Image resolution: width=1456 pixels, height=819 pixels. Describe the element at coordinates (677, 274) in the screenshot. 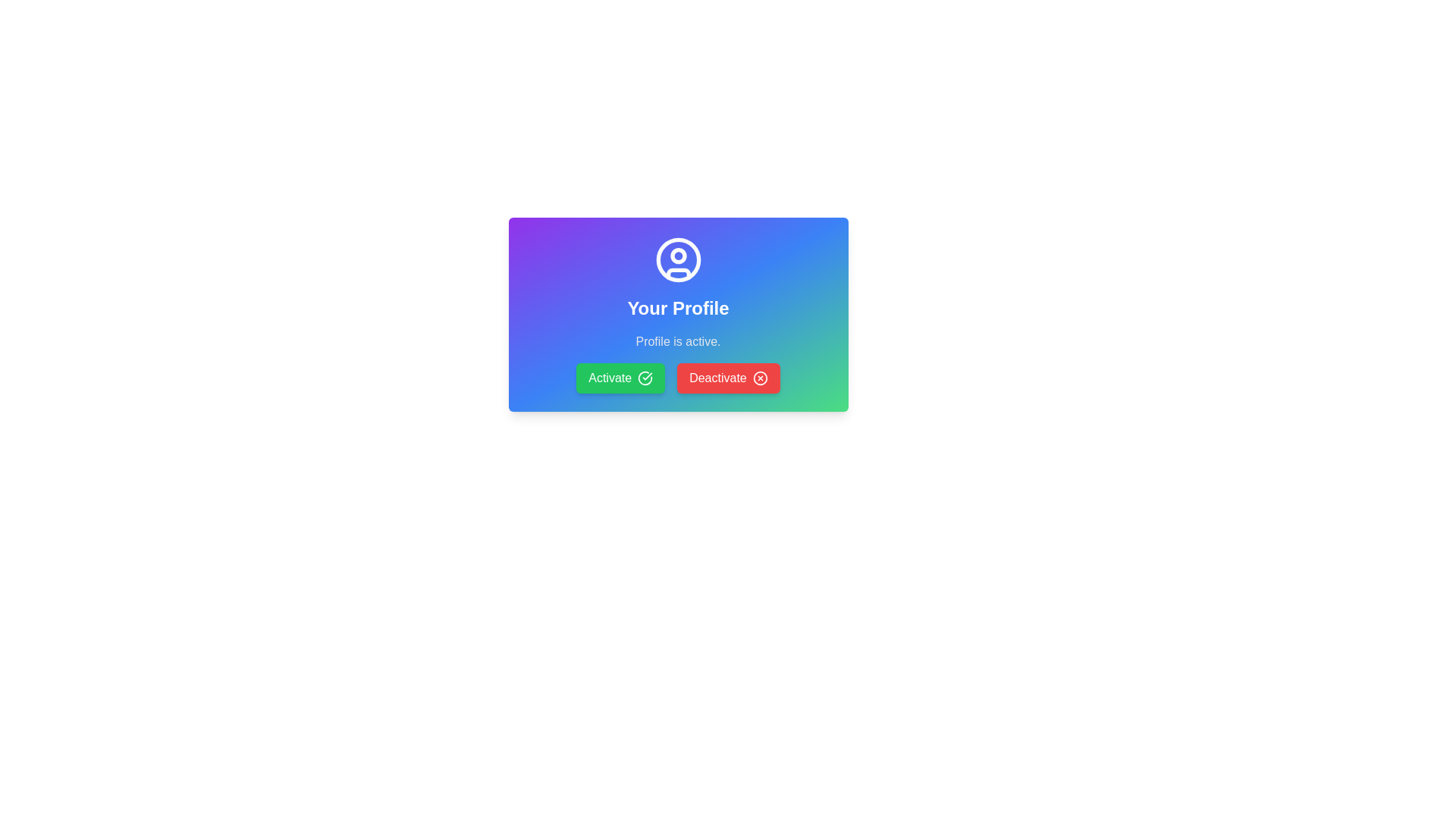

I see `the torso component of the person icon within the circular boundary, located centrally in the SVG icon` at that location.